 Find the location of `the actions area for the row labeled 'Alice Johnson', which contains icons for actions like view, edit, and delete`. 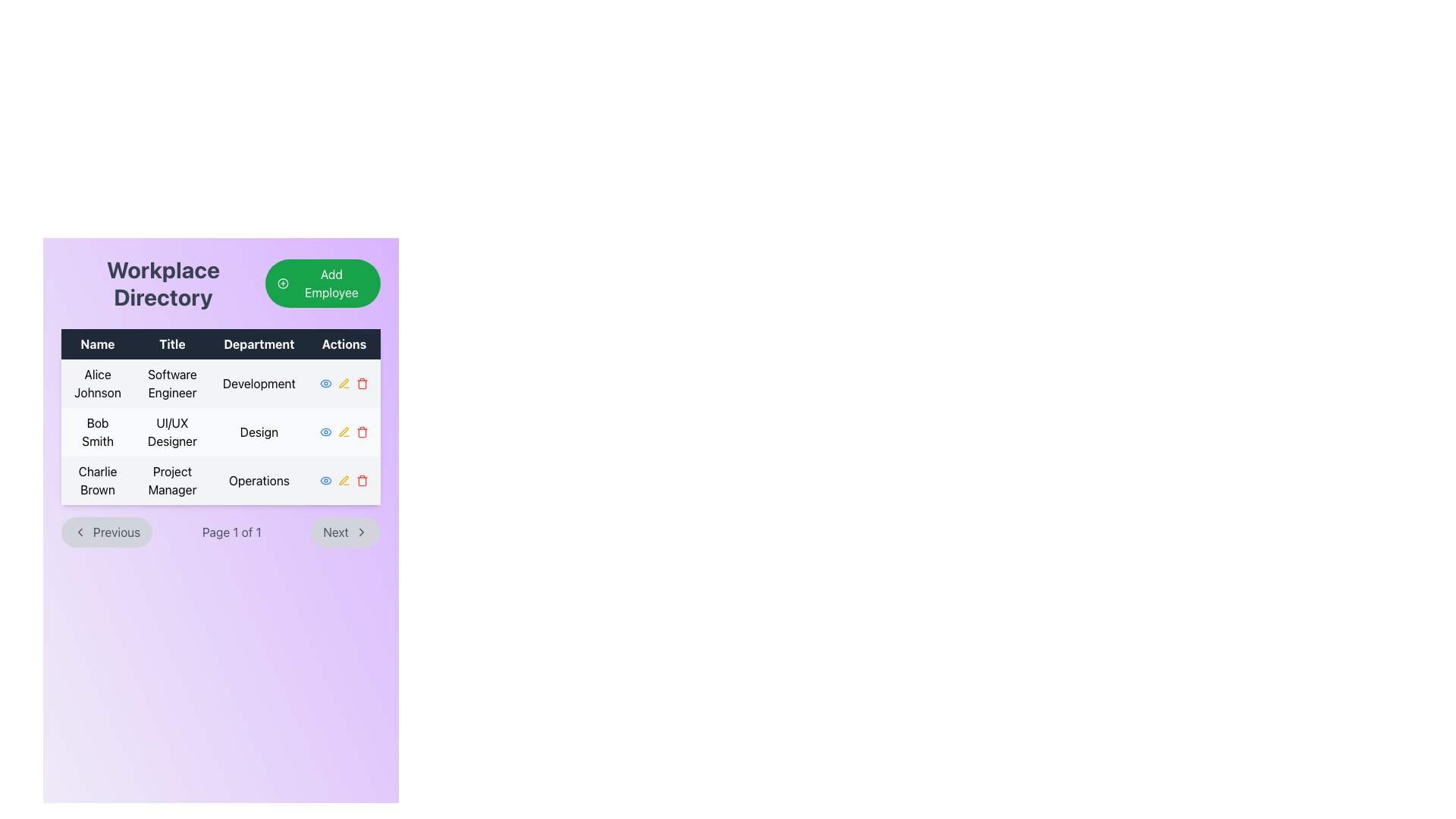

the actions area for the row labeled 'Alice Johnson', which contains icons for actions like view, edit, and delete is located at coordinates (344, 382).